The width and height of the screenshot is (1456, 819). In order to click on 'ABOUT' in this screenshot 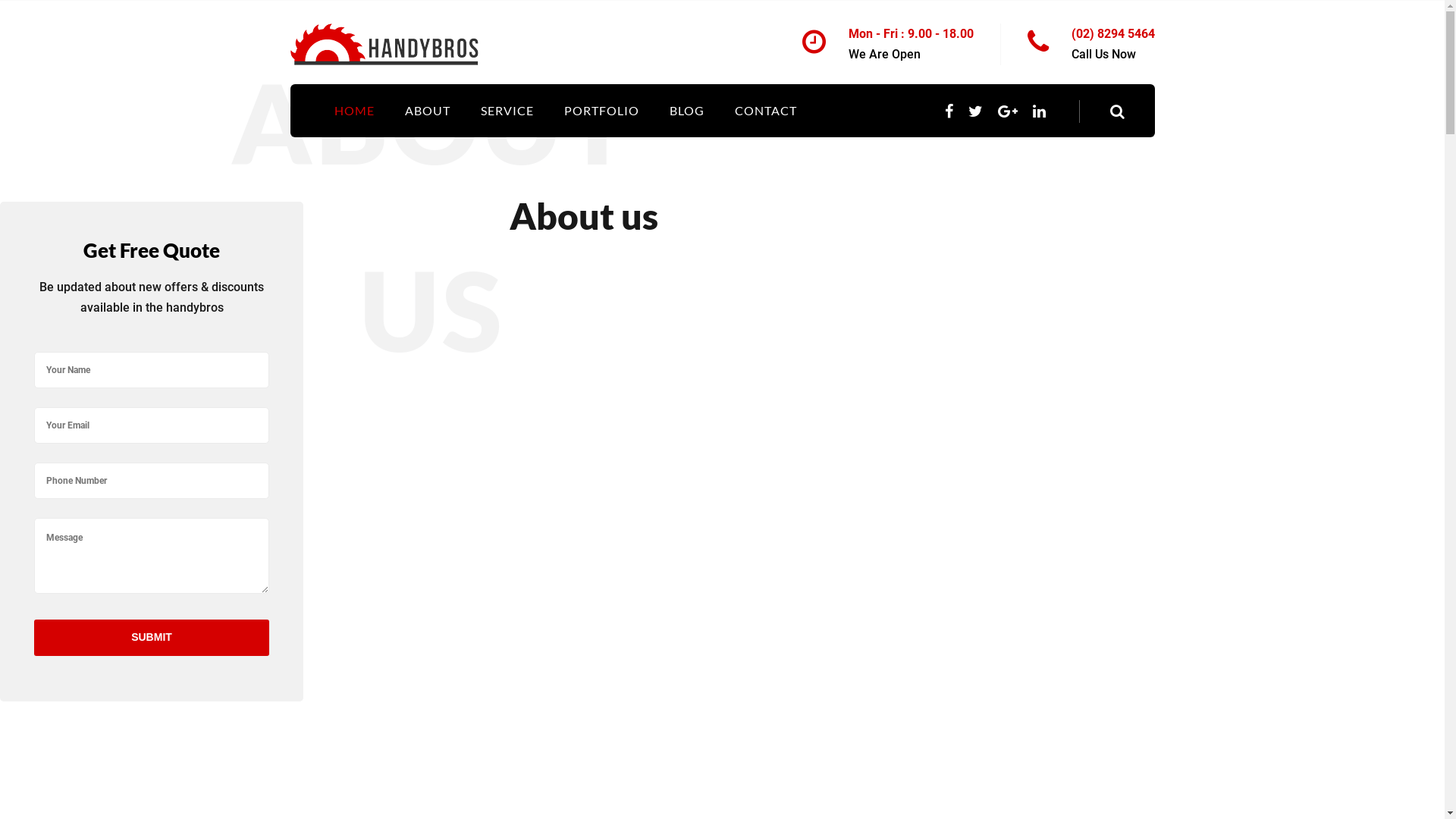, I will do `click(393, 110)`.